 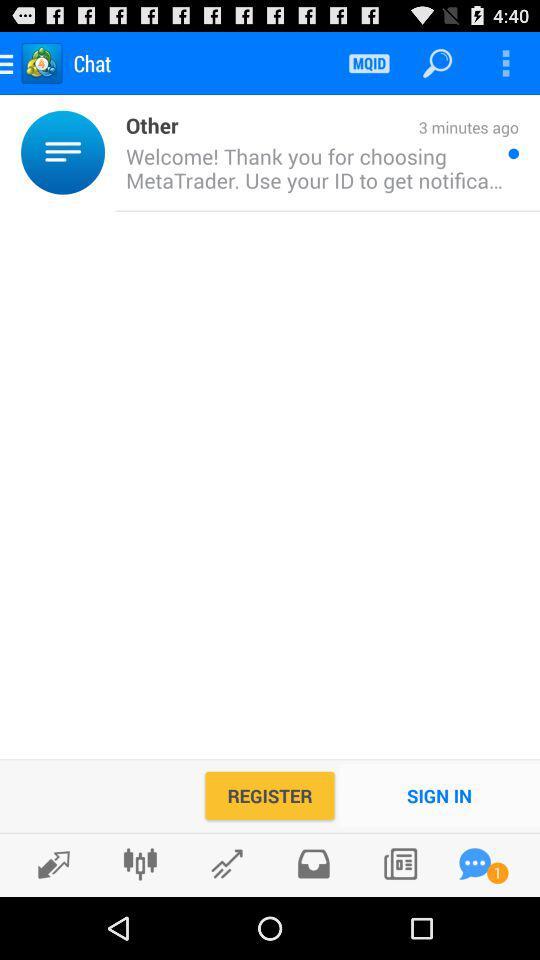 I want to click on inbox, so click(x=313, y=863).